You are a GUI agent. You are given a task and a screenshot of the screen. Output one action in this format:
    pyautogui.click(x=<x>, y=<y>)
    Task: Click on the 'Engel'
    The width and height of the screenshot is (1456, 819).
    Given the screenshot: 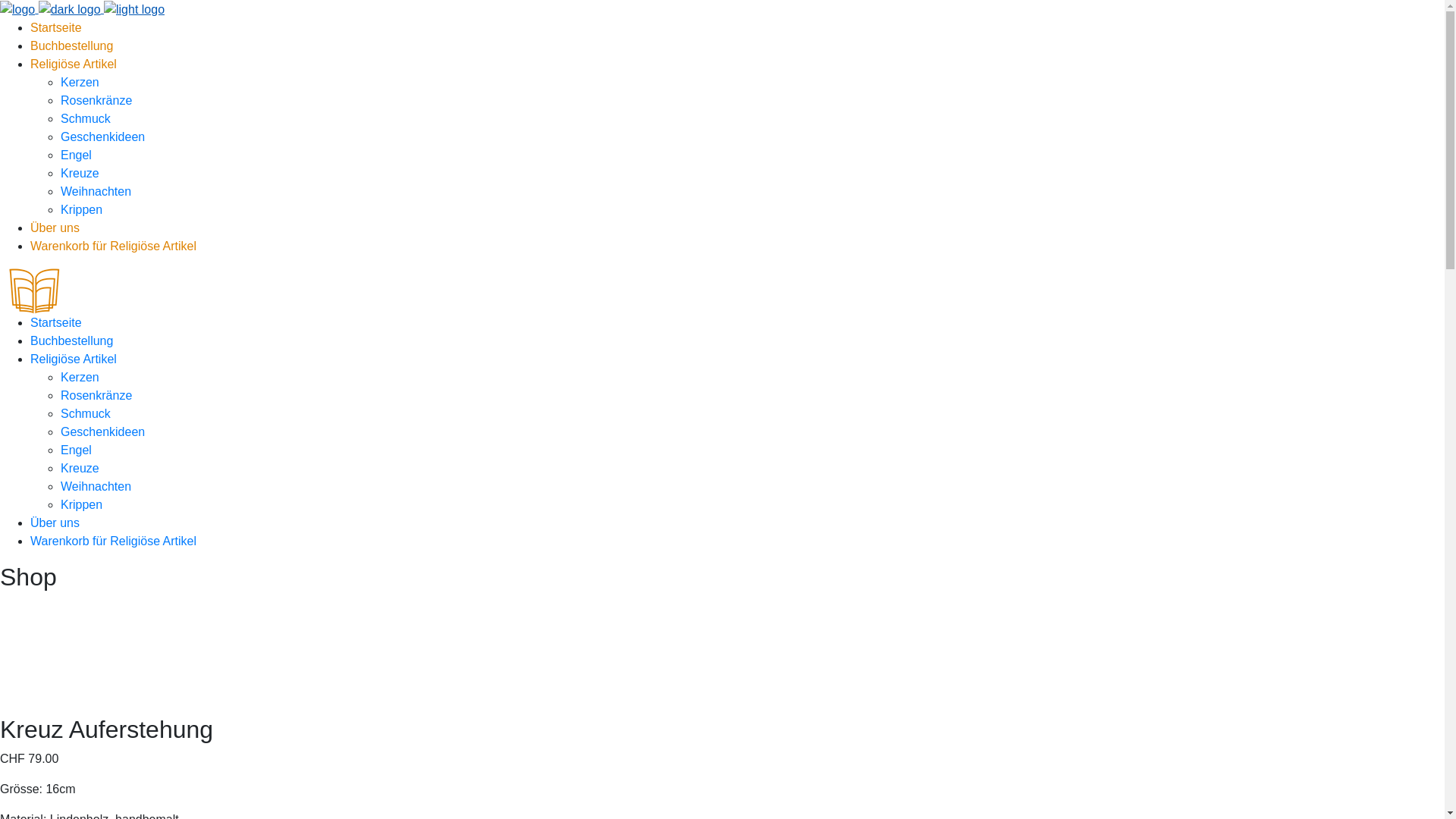 What is the action you would take?
    pyautogui.click(x=75, y=155)
    